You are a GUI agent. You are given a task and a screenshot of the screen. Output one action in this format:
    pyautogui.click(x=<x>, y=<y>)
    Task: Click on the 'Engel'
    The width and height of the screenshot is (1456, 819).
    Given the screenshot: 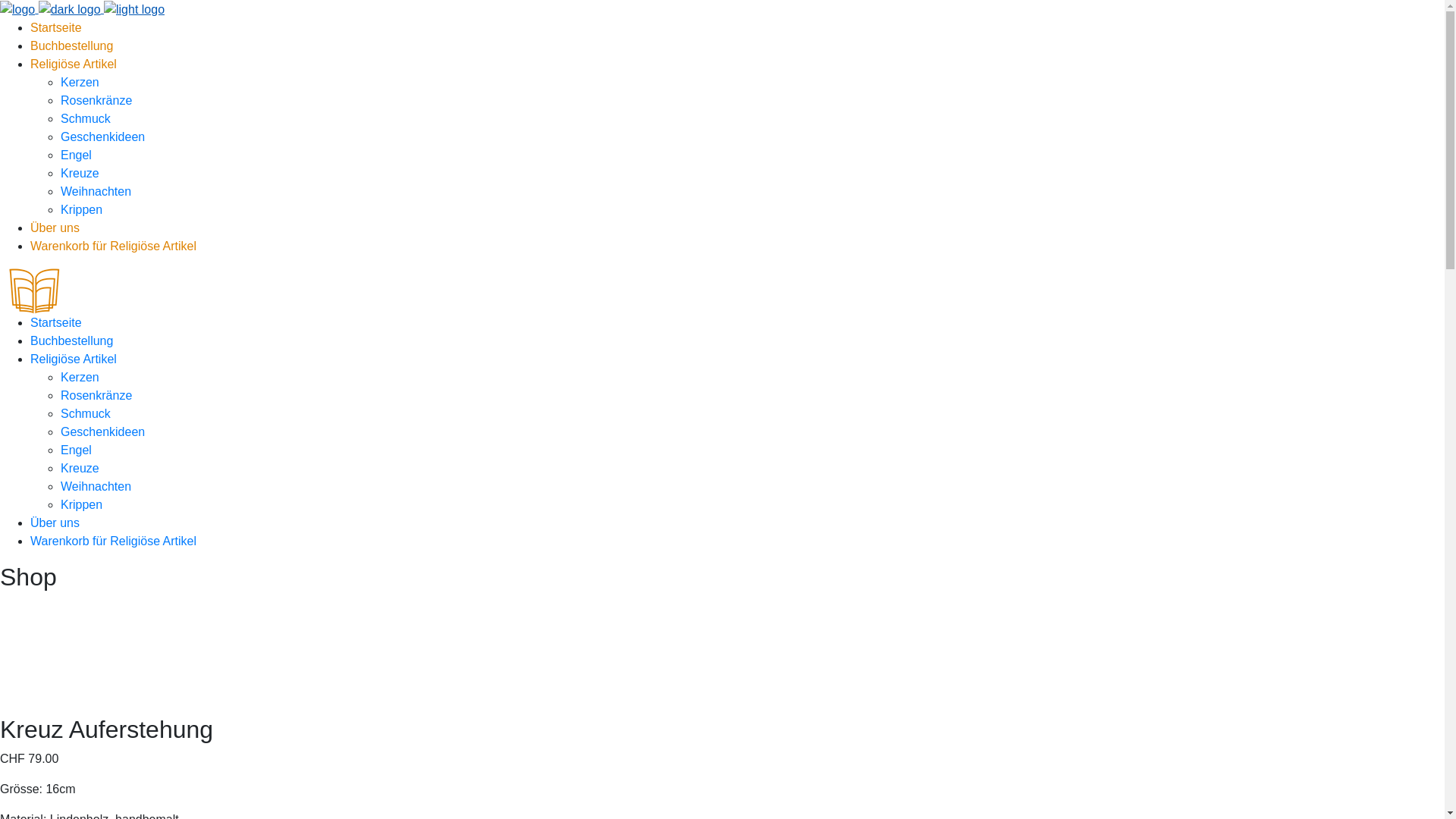 What is the action you would take?
    pyautogui.click(x=75, y=155)
    